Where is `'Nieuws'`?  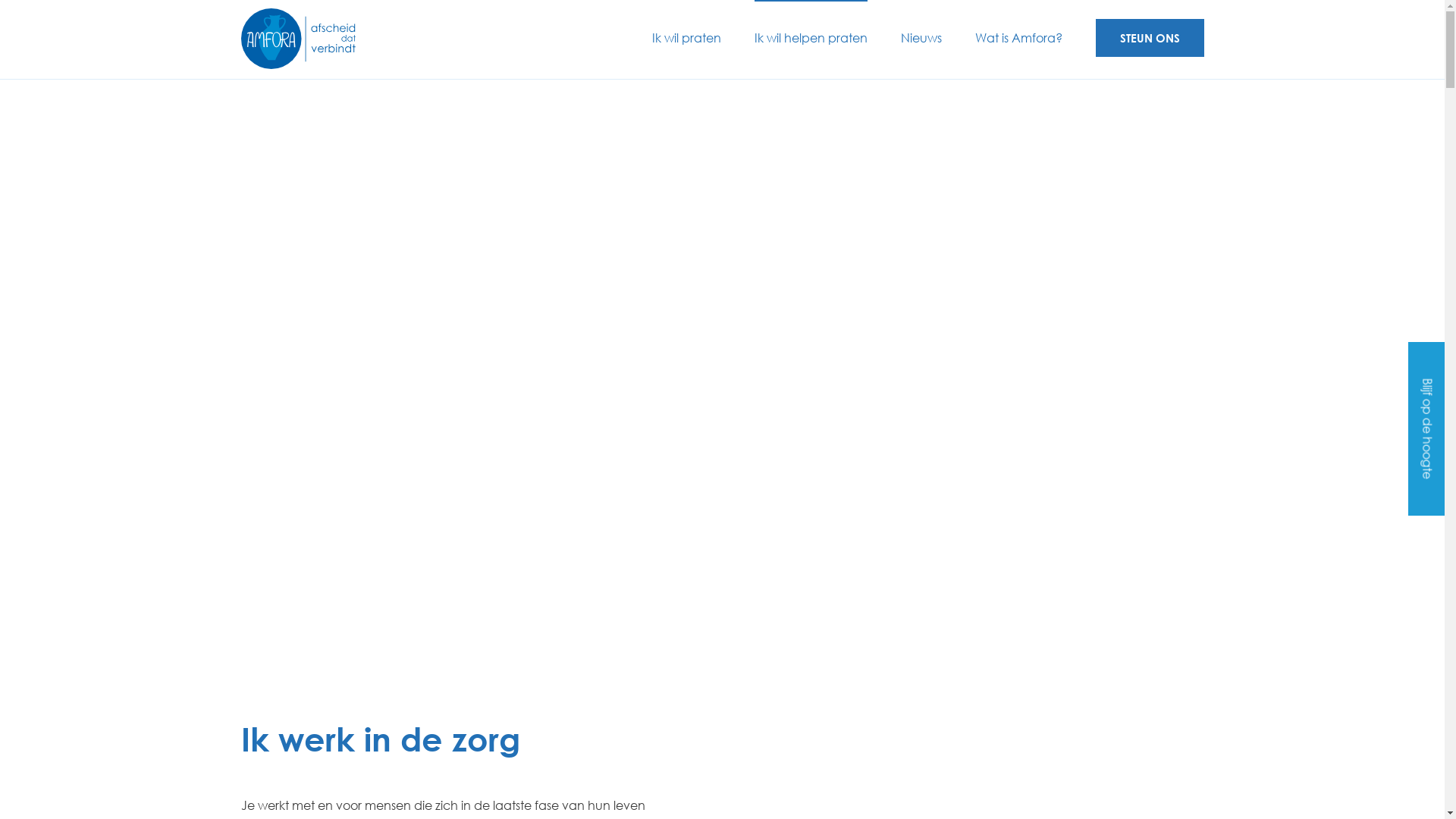
'Nieuws' is located at coordinates (920, 38).